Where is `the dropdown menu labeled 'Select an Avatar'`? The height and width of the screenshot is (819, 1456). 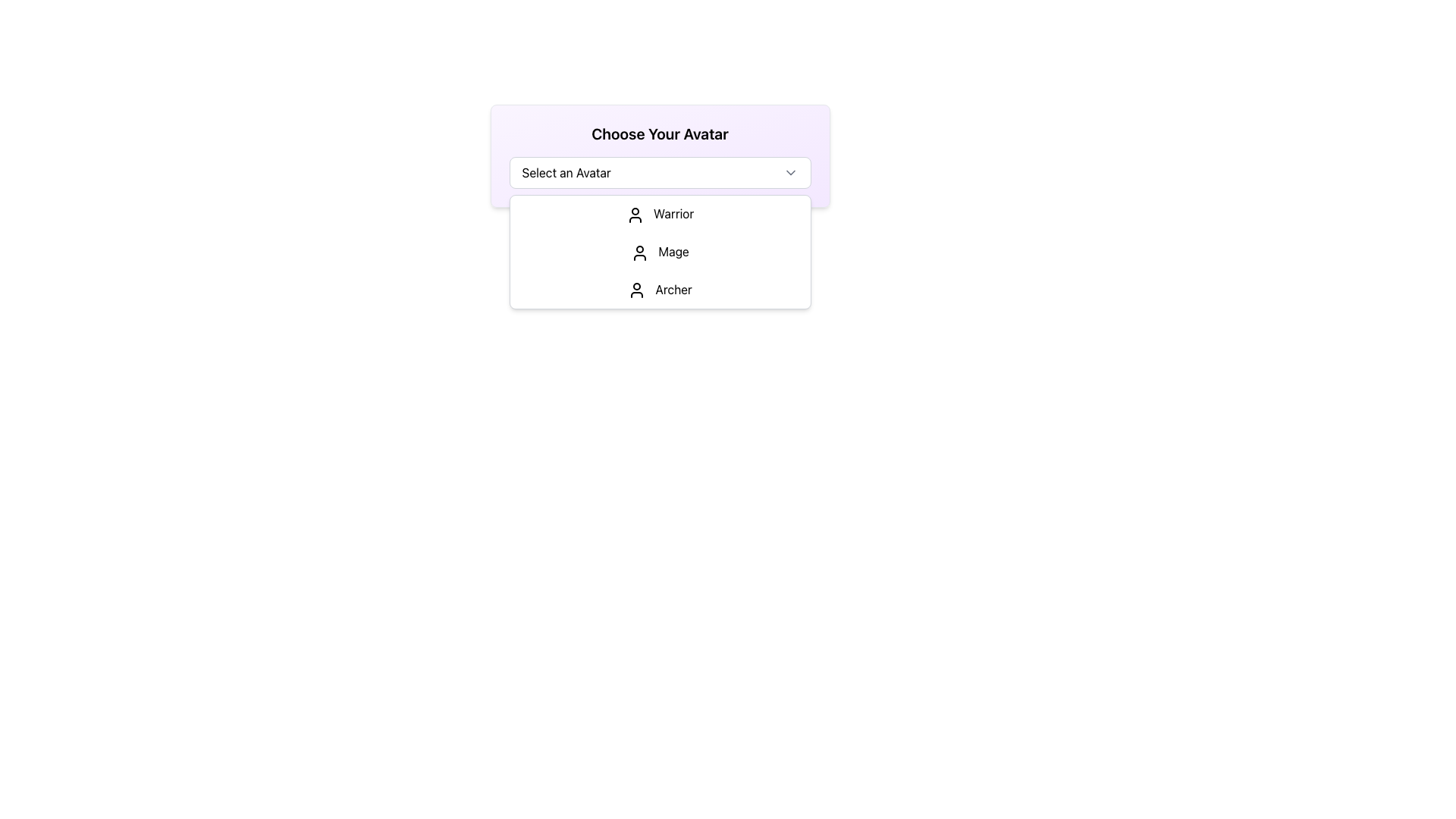
the dropdown menu labeled 'Select an Avatar' is located at coordinates (660, 171).